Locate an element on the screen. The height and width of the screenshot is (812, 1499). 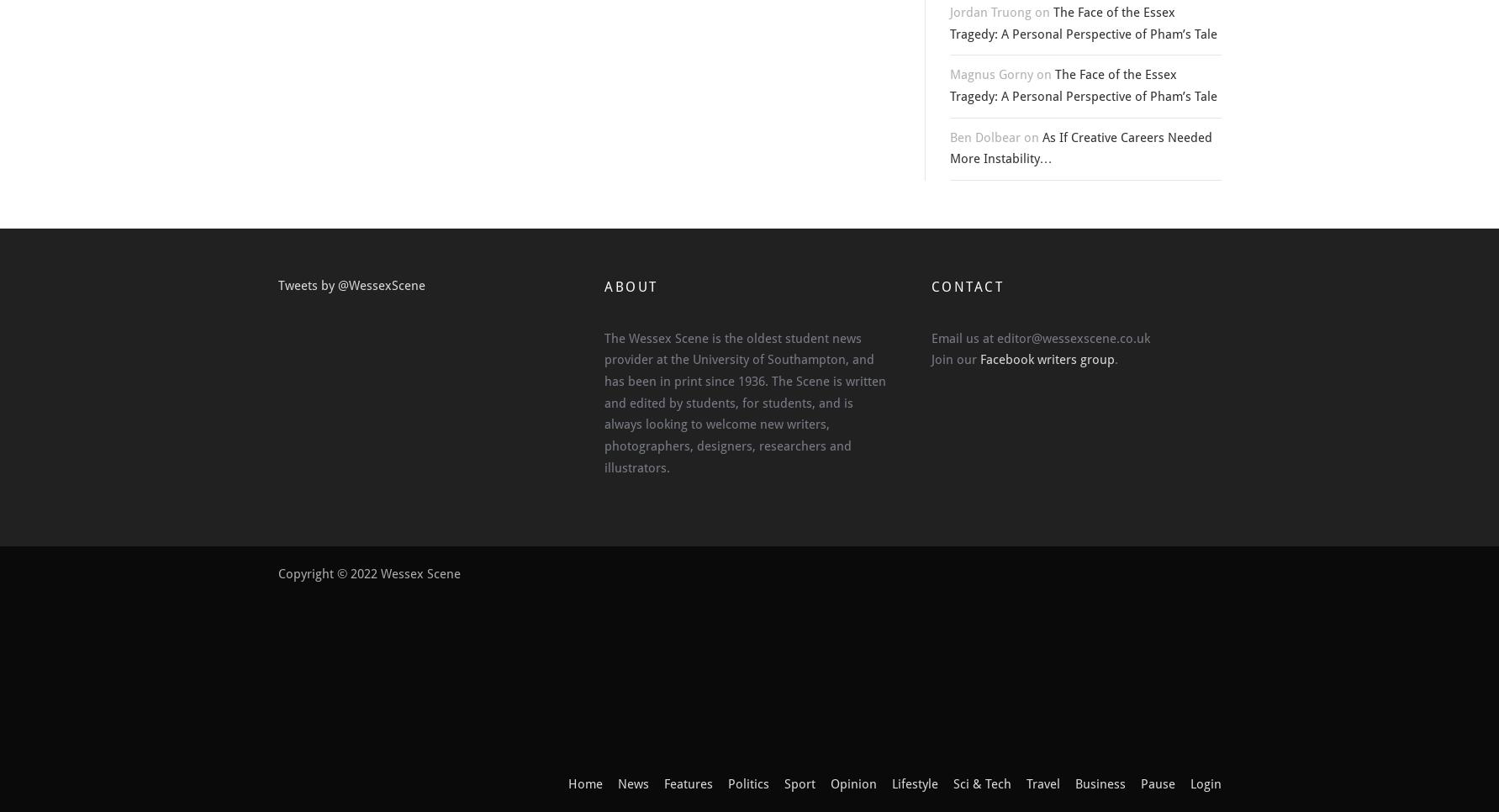
'As If Creative Careers Needed More Instability…' is located at coordinates (1080, 148).